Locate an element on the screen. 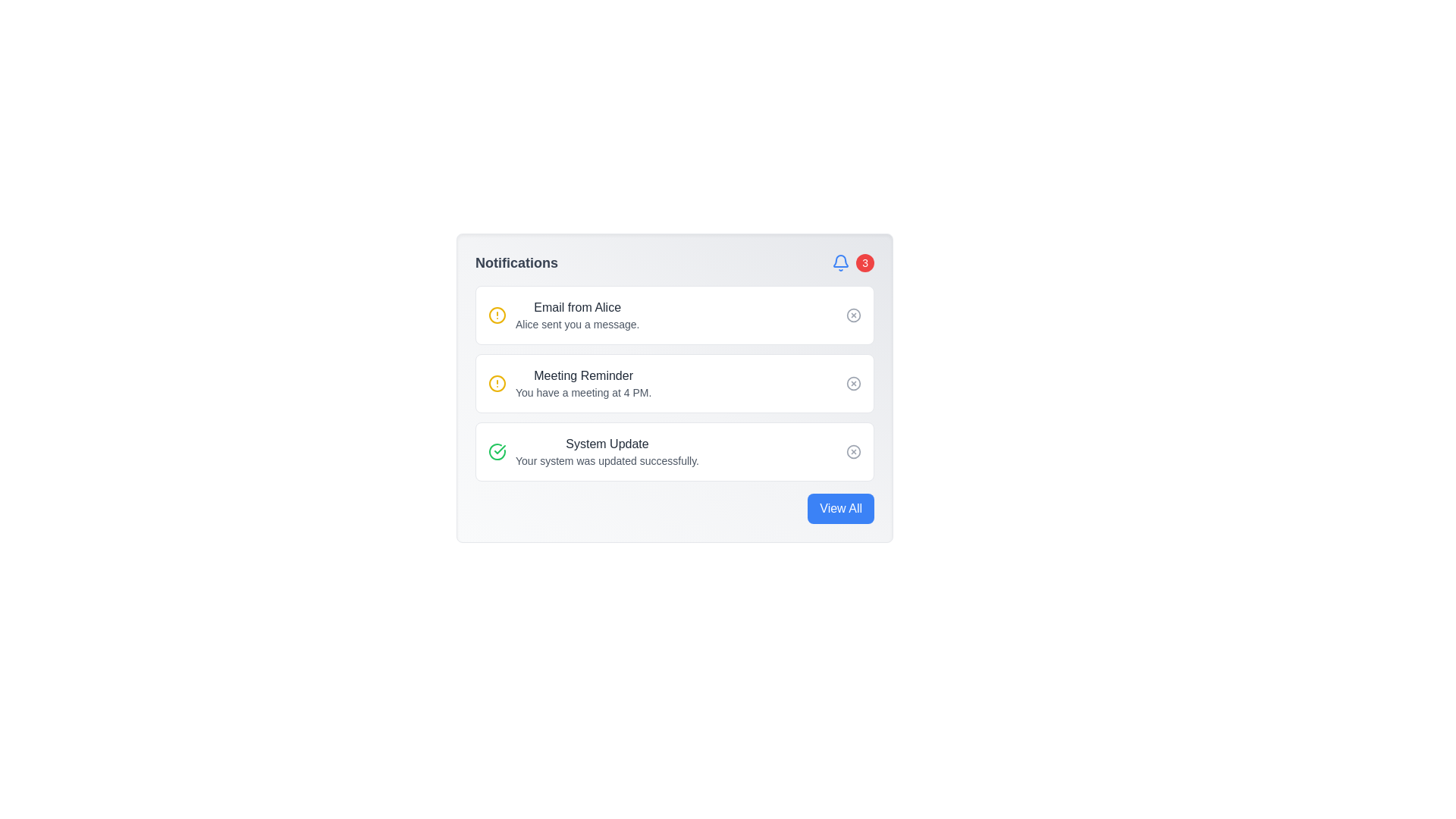 The height and width of the screenshot is (819, 1456). the bell icon representing notifications, located in the top-right corner of the notification panel, adjacent to a red notification badge displaying '3' is located at coordinates (840, 260).